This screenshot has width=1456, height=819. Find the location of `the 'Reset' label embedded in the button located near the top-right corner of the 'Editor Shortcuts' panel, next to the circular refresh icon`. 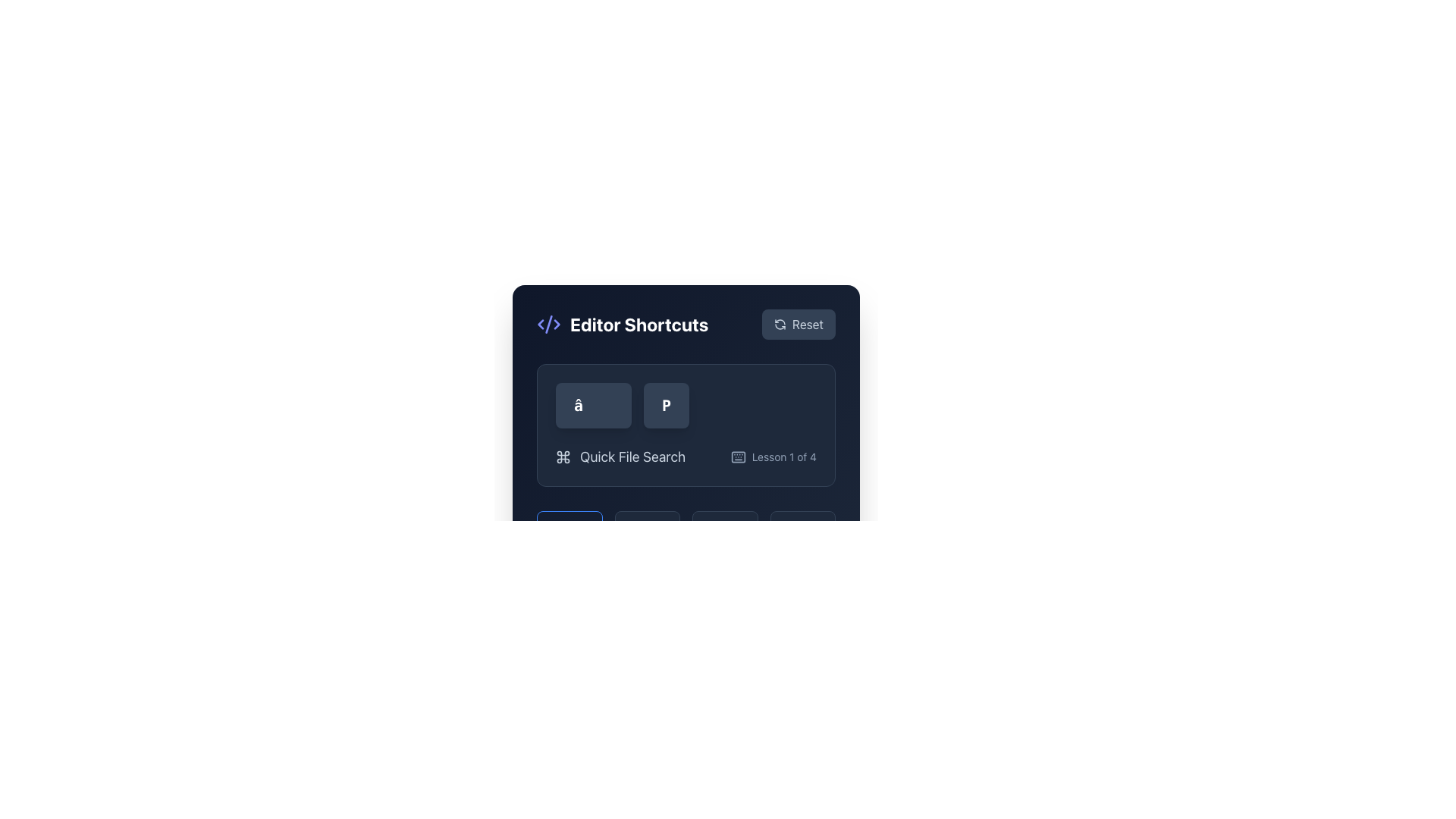

the 'Reset' label embedded in the button located near the top-right corner of the 'Editor Shortcuts' panel, next to the circular refresh icon is located at coordinates (807, 324).